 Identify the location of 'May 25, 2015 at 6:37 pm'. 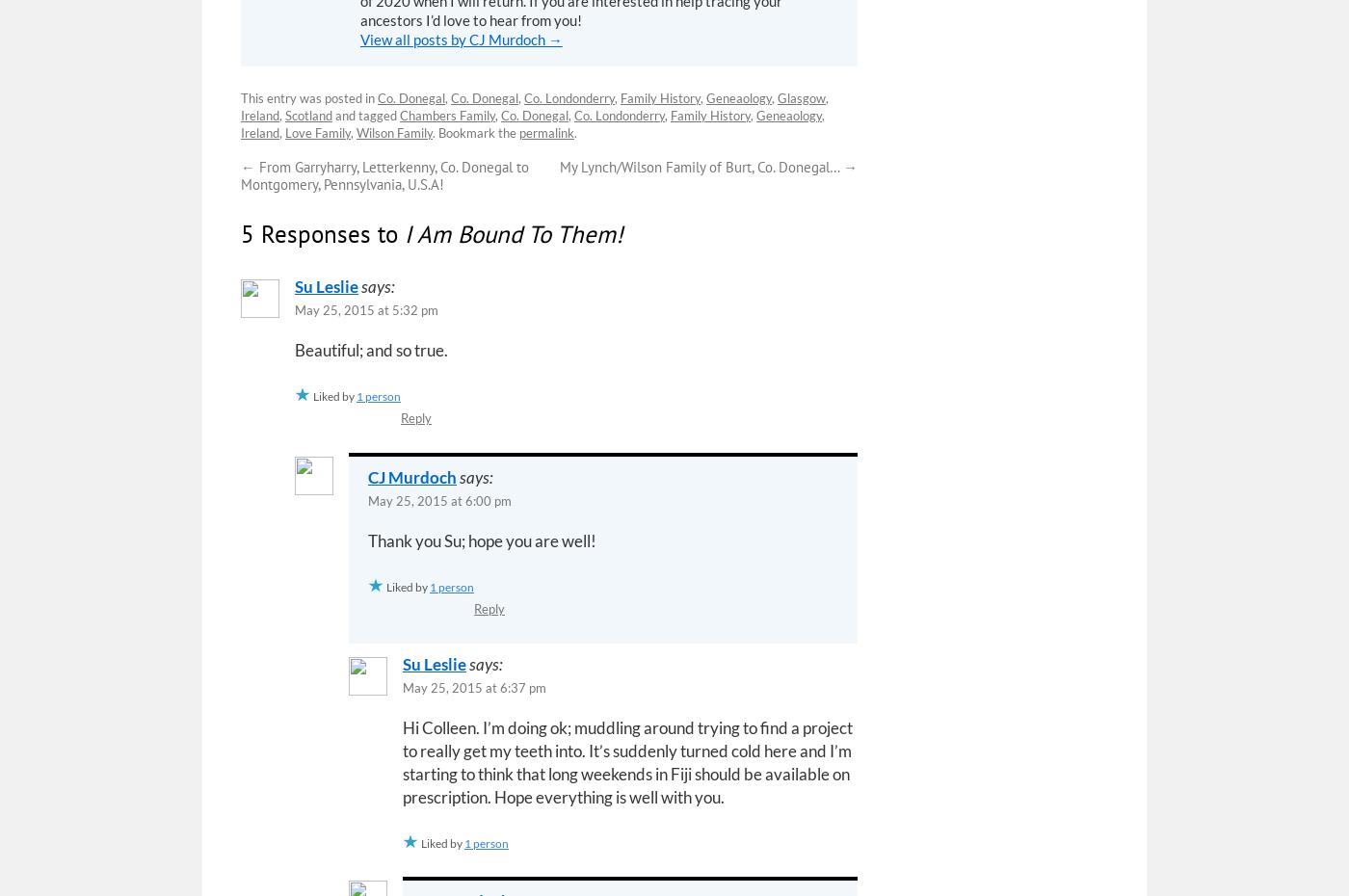
(474, 687).